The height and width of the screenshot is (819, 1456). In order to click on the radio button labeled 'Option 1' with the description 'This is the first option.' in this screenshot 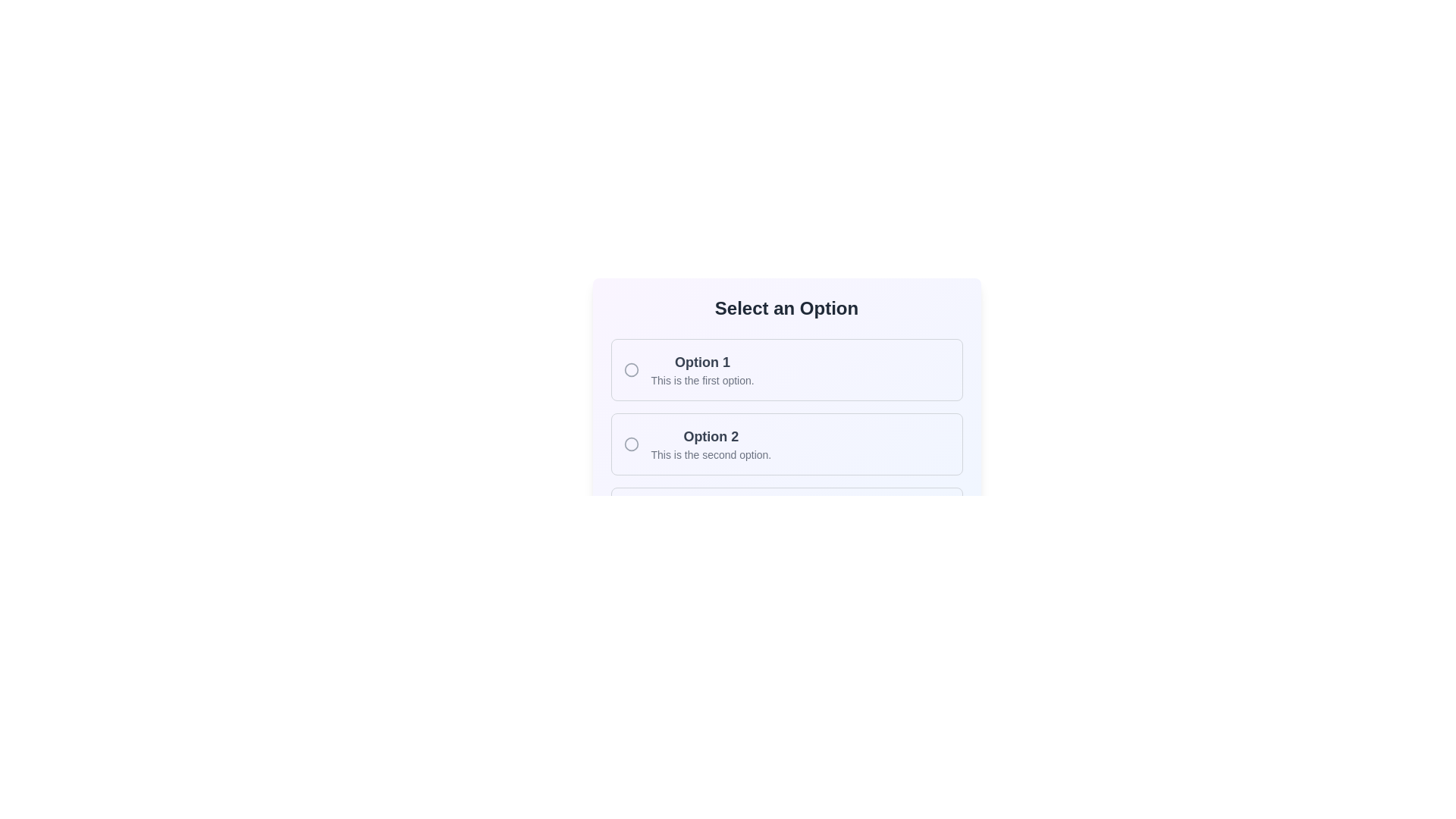, I will do `click(701, 370)`.